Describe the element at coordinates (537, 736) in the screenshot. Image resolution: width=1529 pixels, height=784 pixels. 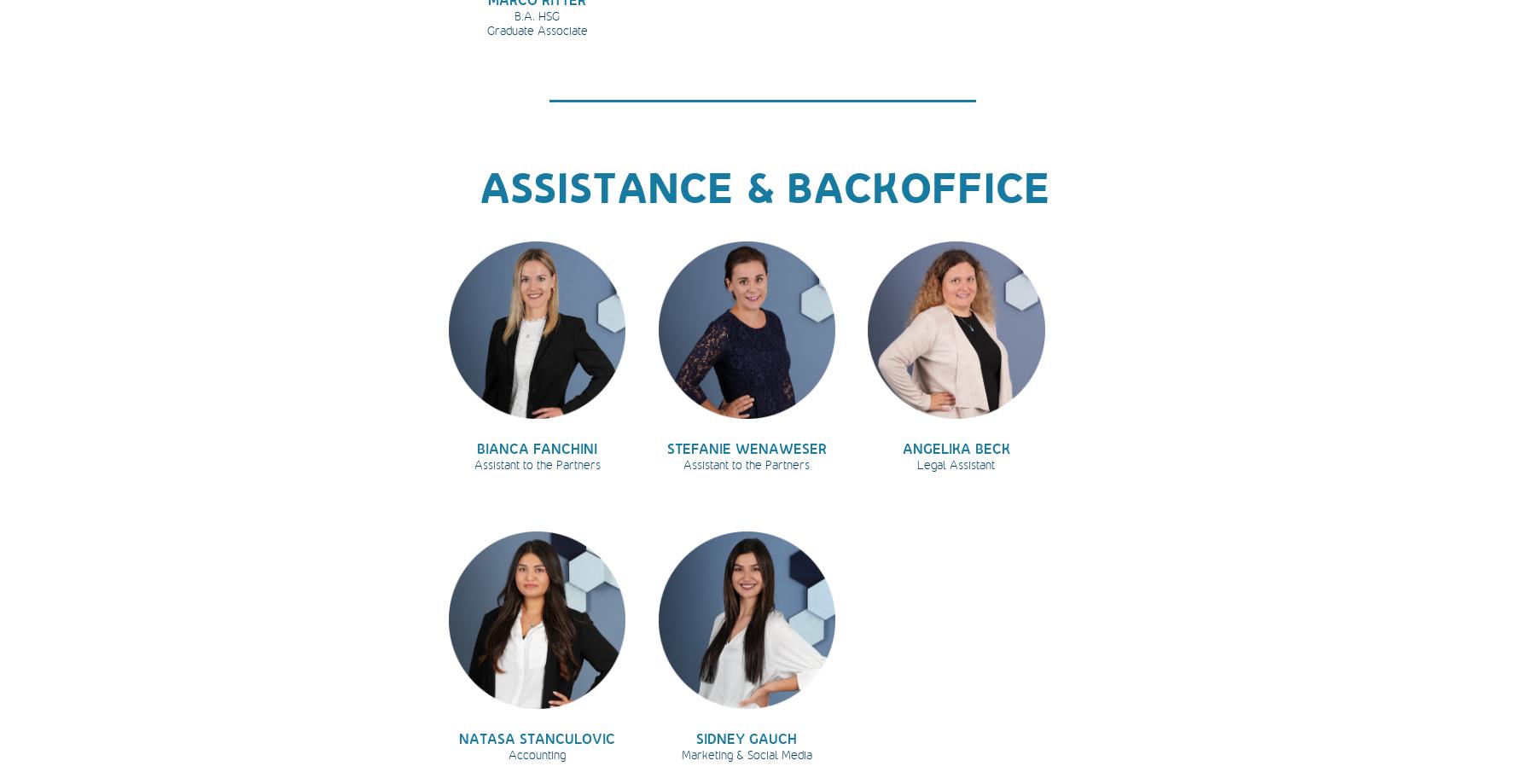
I see `'NATASA STANCULOVIC'` at that location.